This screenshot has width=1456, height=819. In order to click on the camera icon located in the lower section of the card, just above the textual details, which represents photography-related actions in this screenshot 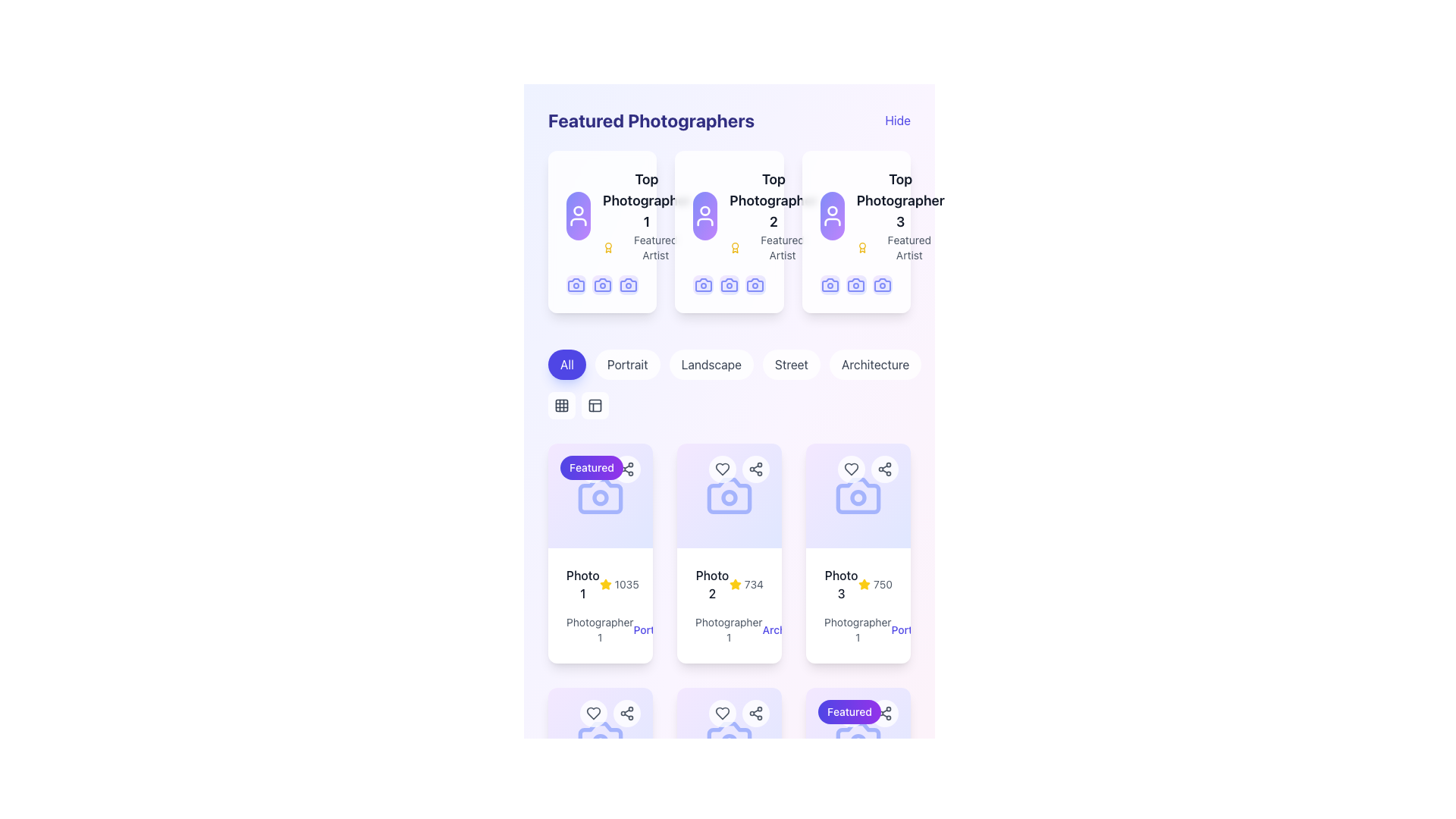, I will do `click(600, 739)`.